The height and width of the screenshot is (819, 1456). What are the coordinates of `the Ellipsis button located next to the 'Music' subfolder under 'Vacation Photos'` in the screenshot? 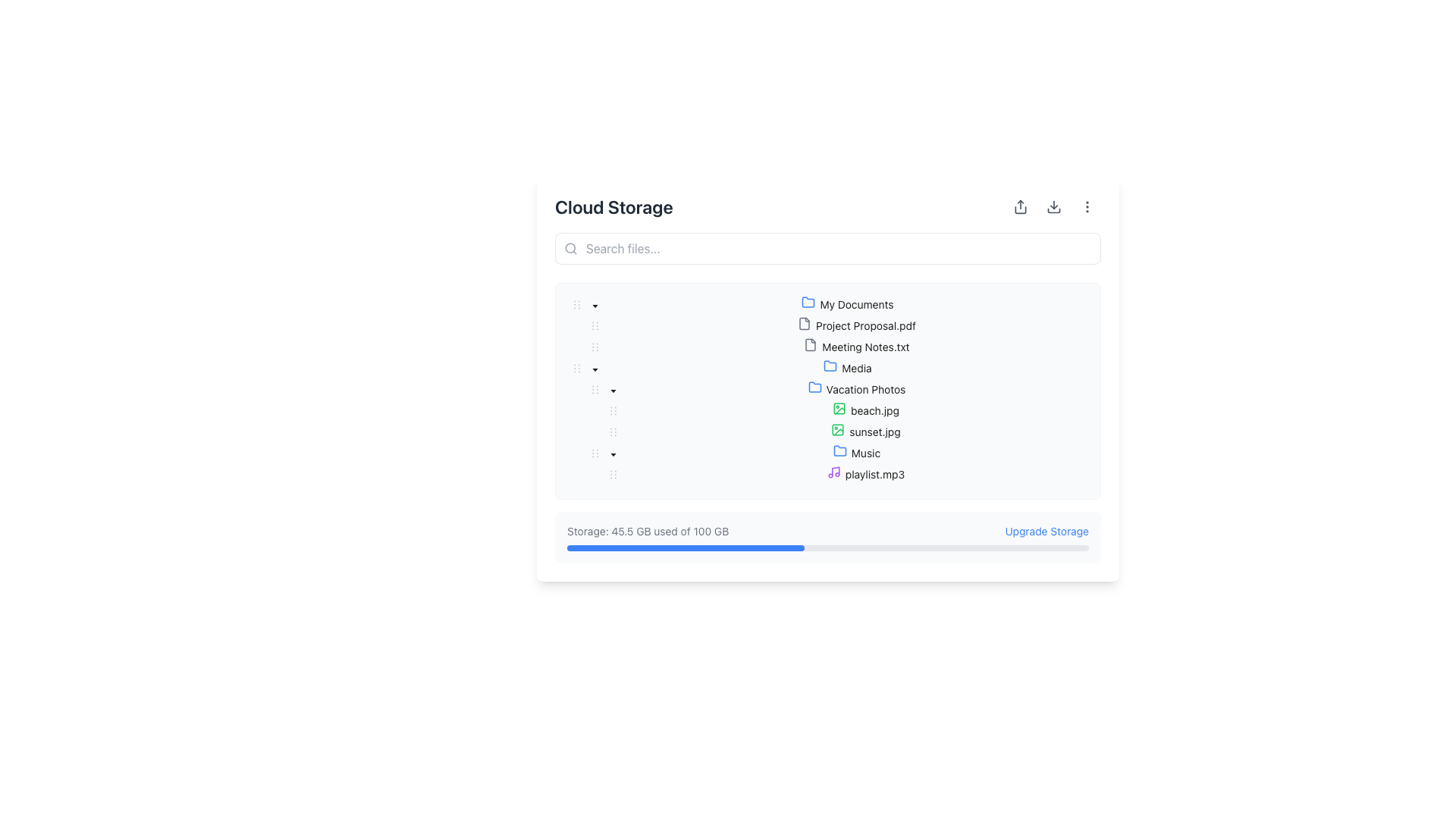 It's located at (595, 452).